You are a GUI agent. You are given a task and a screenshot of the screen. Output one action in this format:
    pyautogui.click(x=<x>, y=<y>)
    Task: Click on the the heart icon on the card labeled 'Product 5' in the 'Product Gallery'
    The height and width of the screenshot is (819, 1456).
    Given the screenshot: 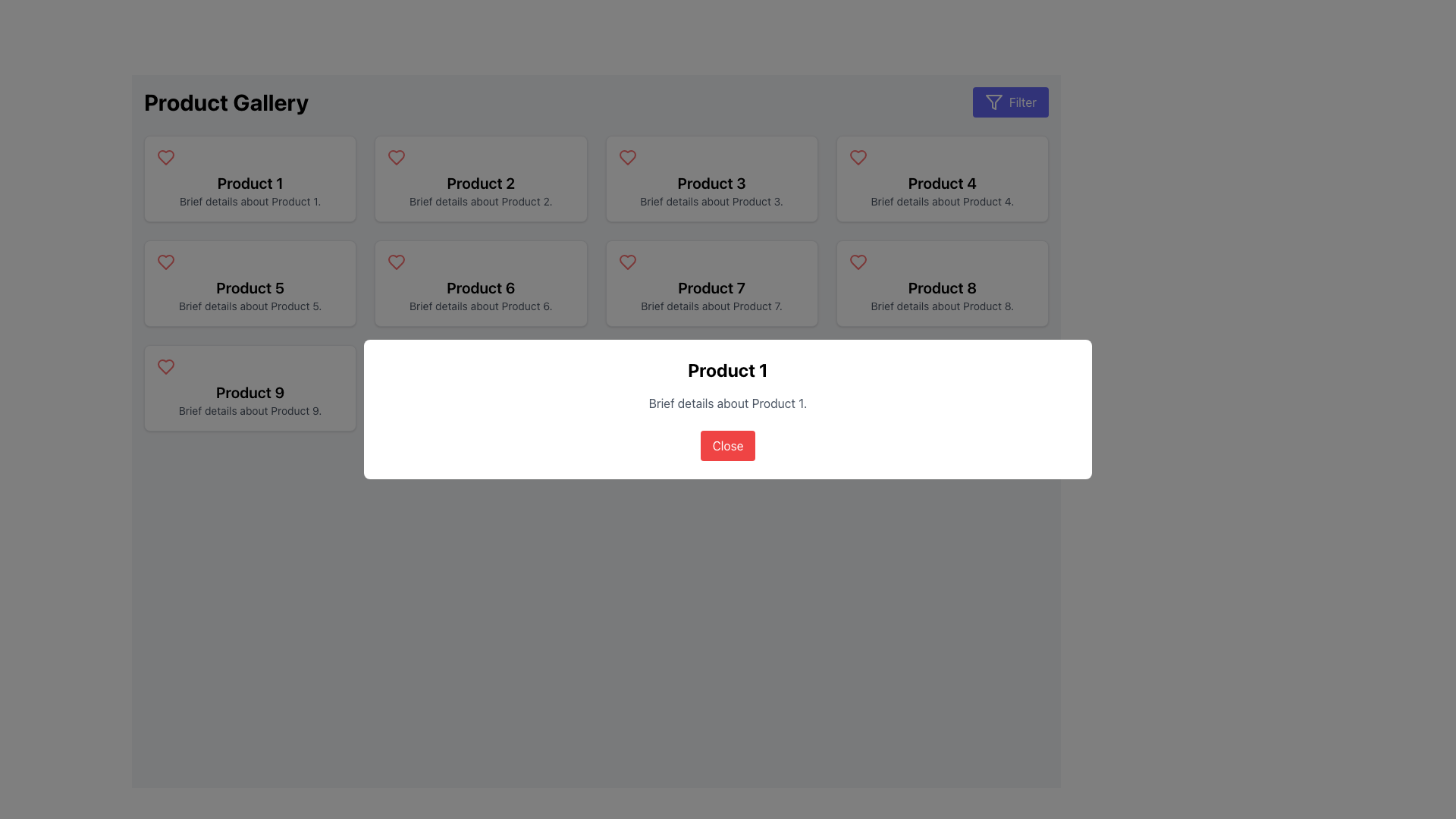 What is the action you would take?
    pyautogui.click(x=166, y=262)
    